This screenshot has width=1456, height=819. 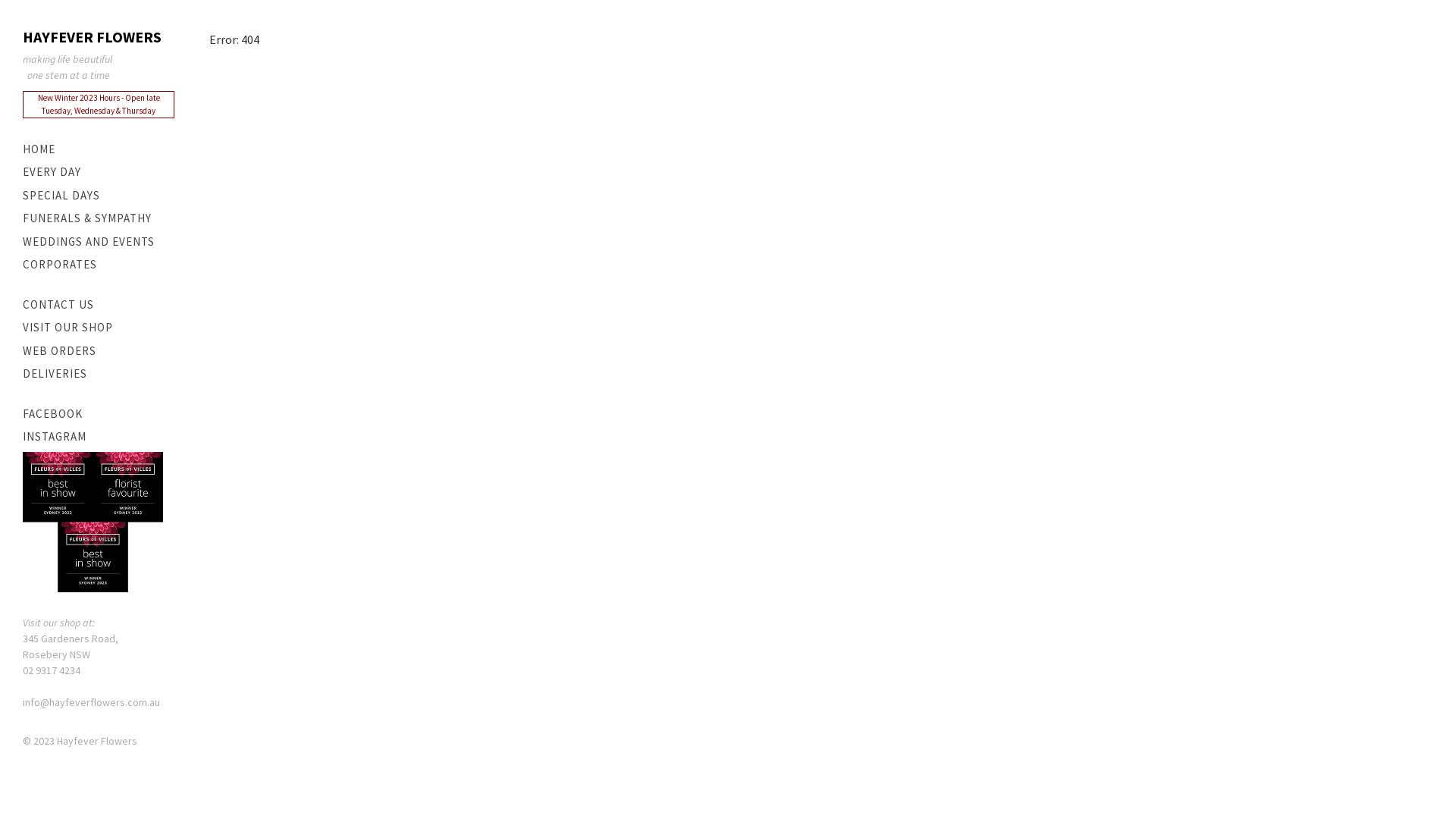 What do you see at coordinates (97, 374) in the screenshot?
I see `'DELIVERIES'` at bounding box center [97, 374].